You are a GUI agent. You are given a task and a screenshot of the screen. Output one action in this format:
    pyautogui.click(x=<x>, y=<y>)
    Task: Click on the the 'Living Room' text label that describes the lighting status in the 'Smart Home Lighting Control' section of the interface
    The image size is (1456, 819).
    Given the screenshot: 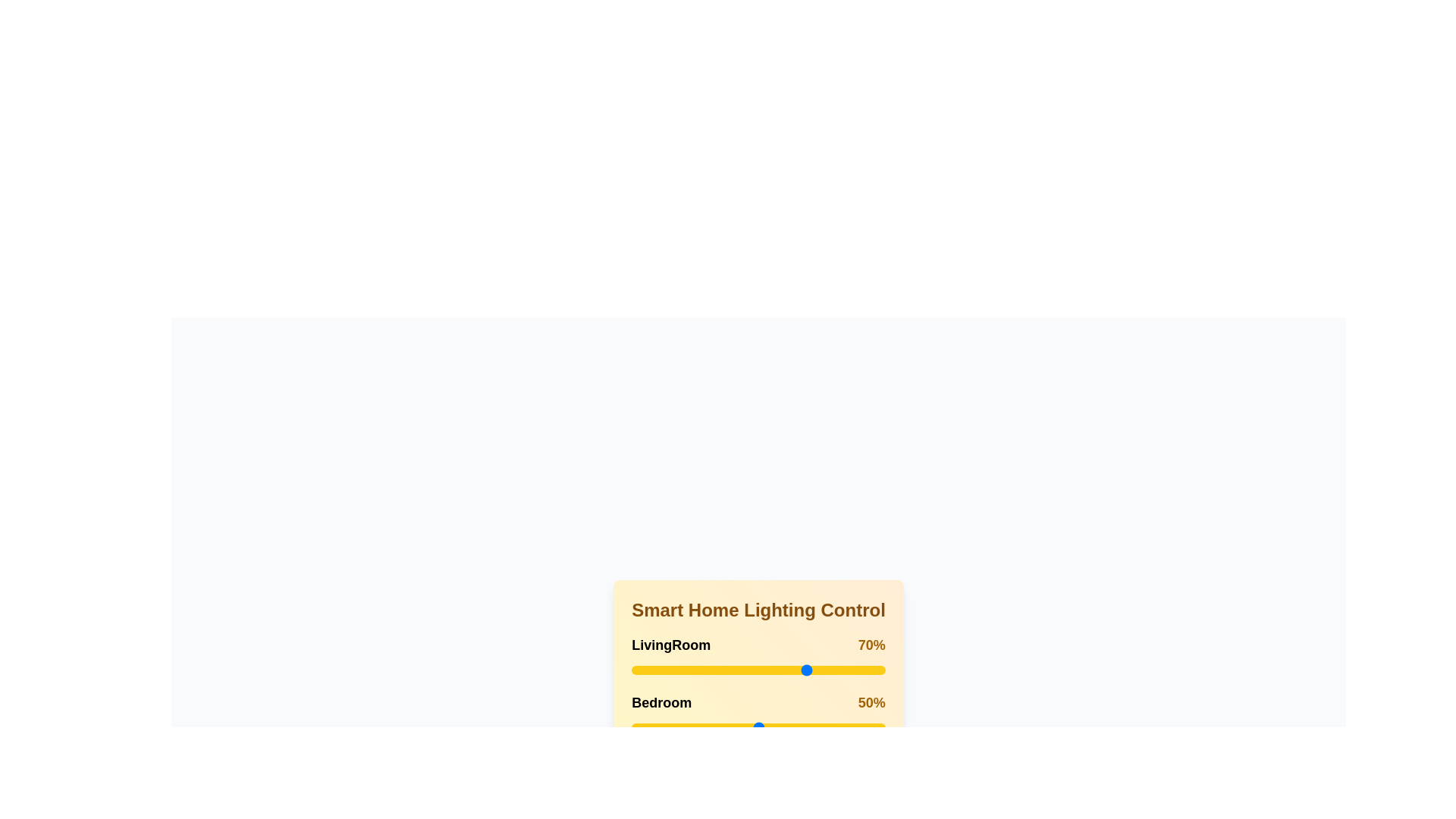 What is the action you would take?
    pyautogui.click(x=670, y=645)
    